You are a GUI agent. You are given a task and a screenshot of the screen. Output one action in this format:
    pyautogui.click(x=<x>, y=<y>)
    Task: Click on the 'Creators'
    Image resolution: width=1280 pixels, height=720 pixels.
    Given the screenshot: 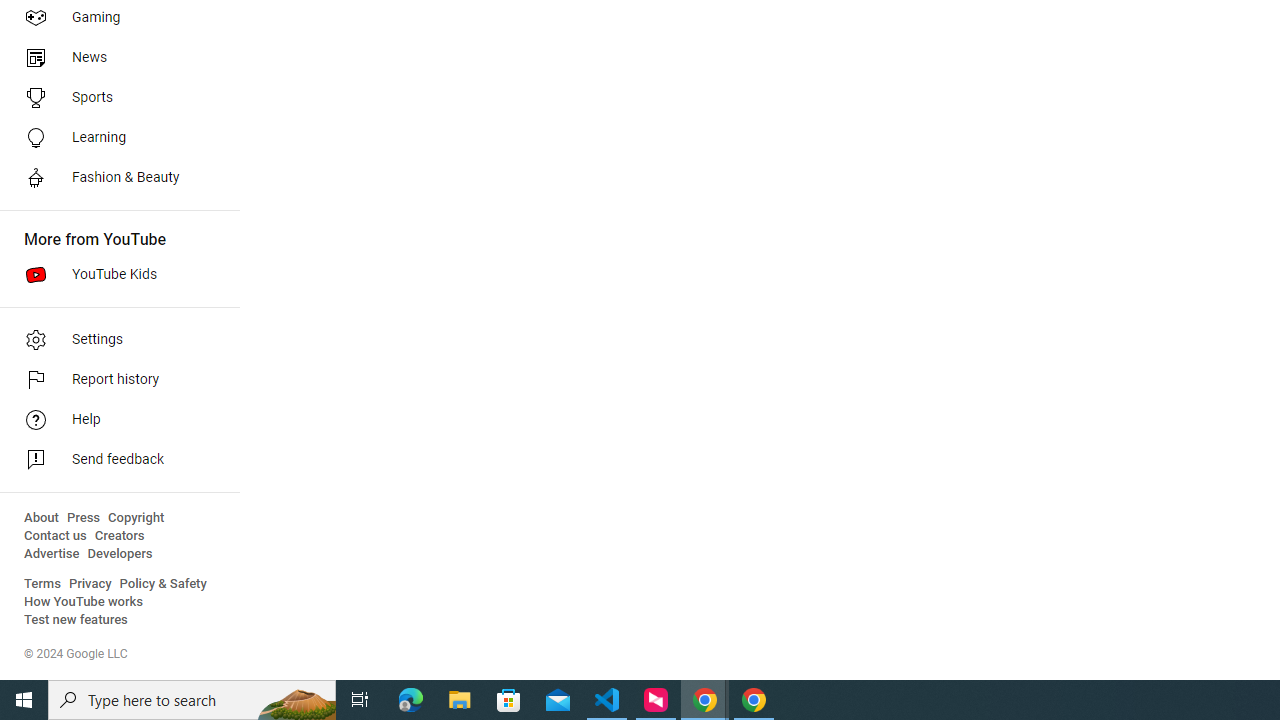 What is the action you would take?
    pyautogui.click(x=118, y=535)
    